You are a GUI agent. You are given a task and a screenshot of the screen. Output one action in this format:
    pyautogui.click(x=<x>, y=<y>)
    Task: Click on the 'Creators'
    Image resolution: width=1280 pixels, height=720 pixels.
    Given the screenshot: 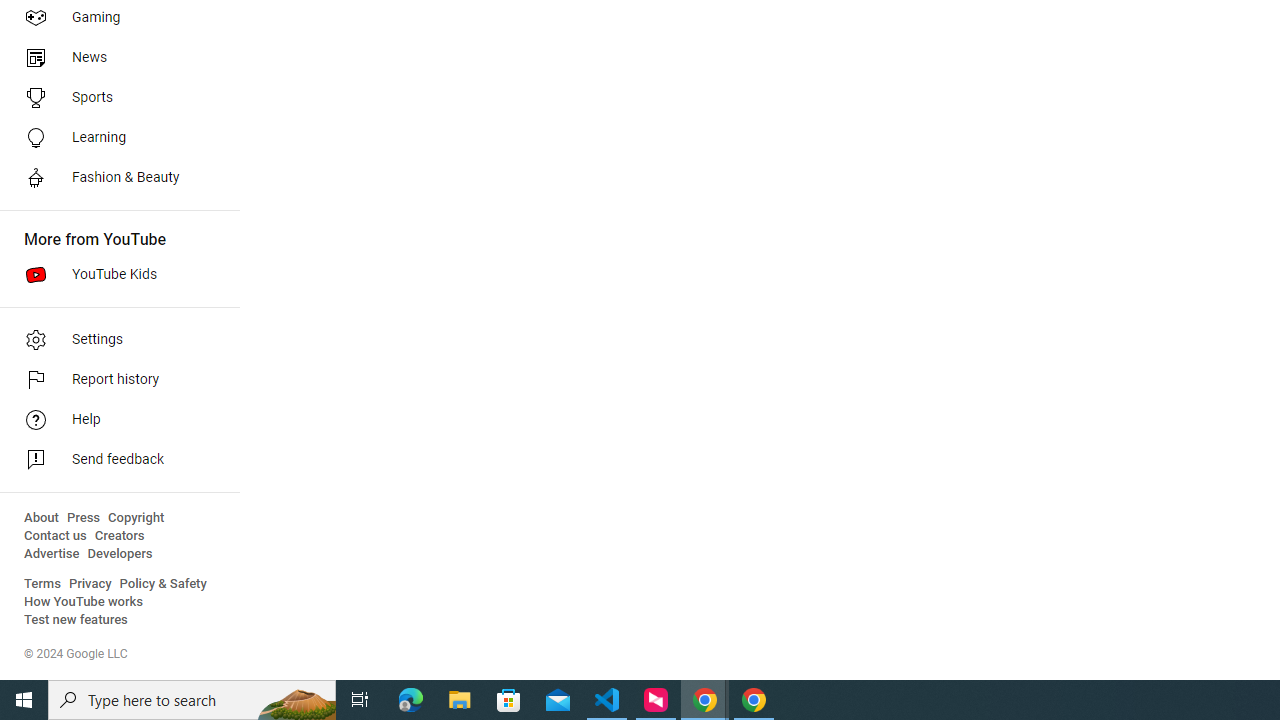 What is the action you would take?
    pyautogui.click(x=118, y=535)
    